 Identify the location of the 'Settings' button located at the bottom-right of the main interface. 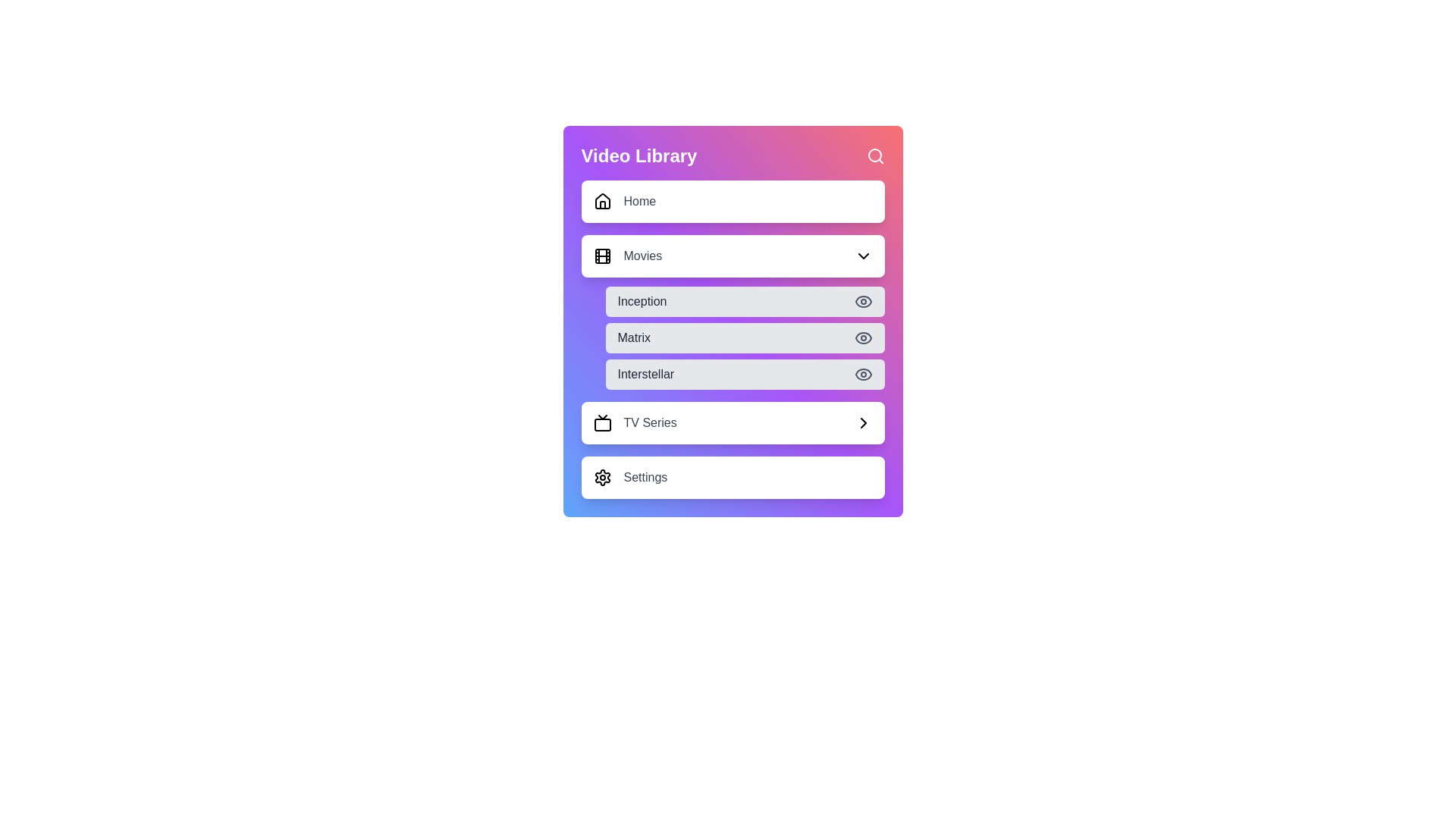
(630, 476).